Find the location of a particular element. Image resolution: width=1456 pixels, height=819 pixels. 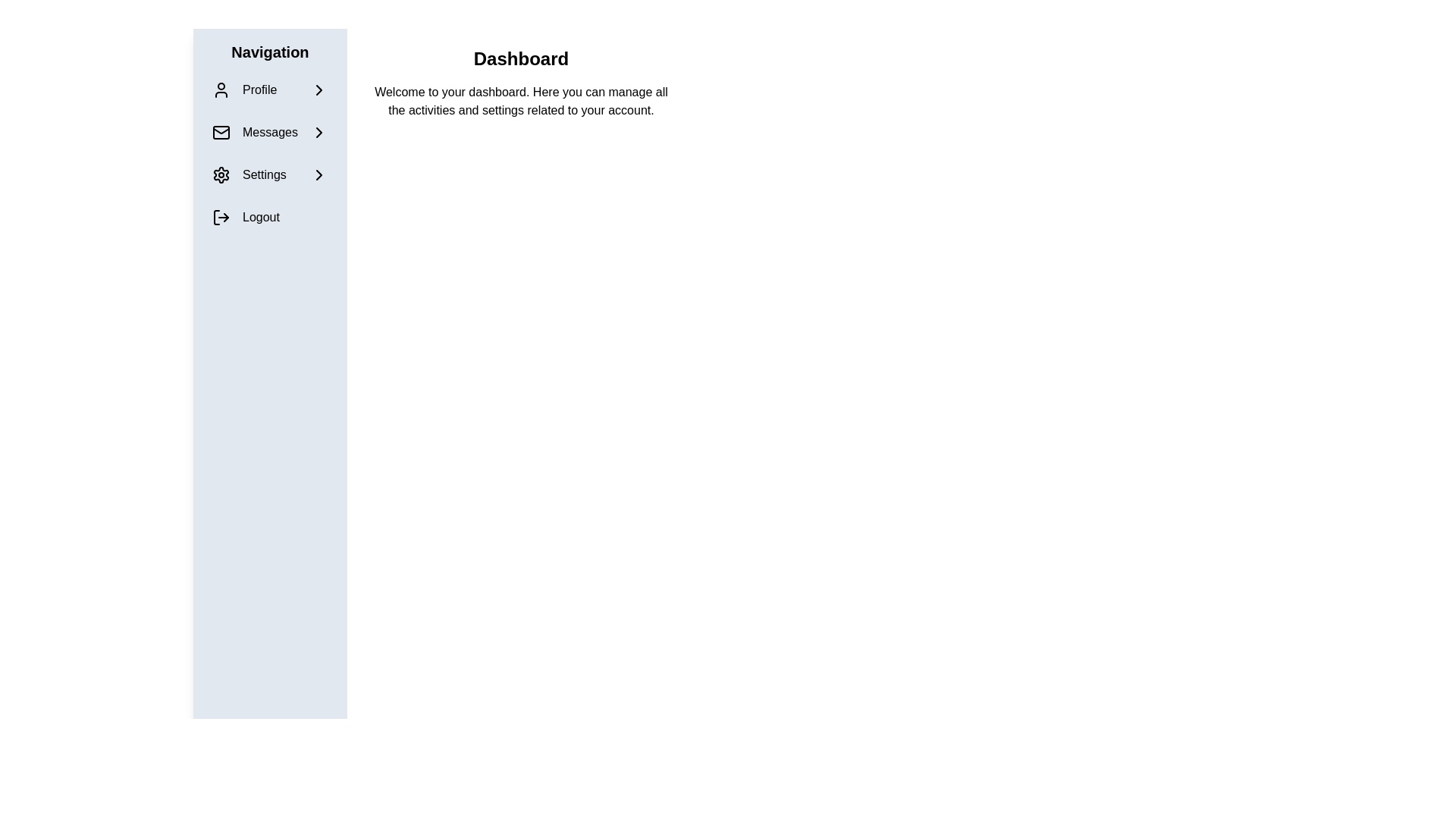

the right-facing chevron arrow icon located to the right of the 'Settings' label in the left-side navigation bar is located at coordinates (318, 174).